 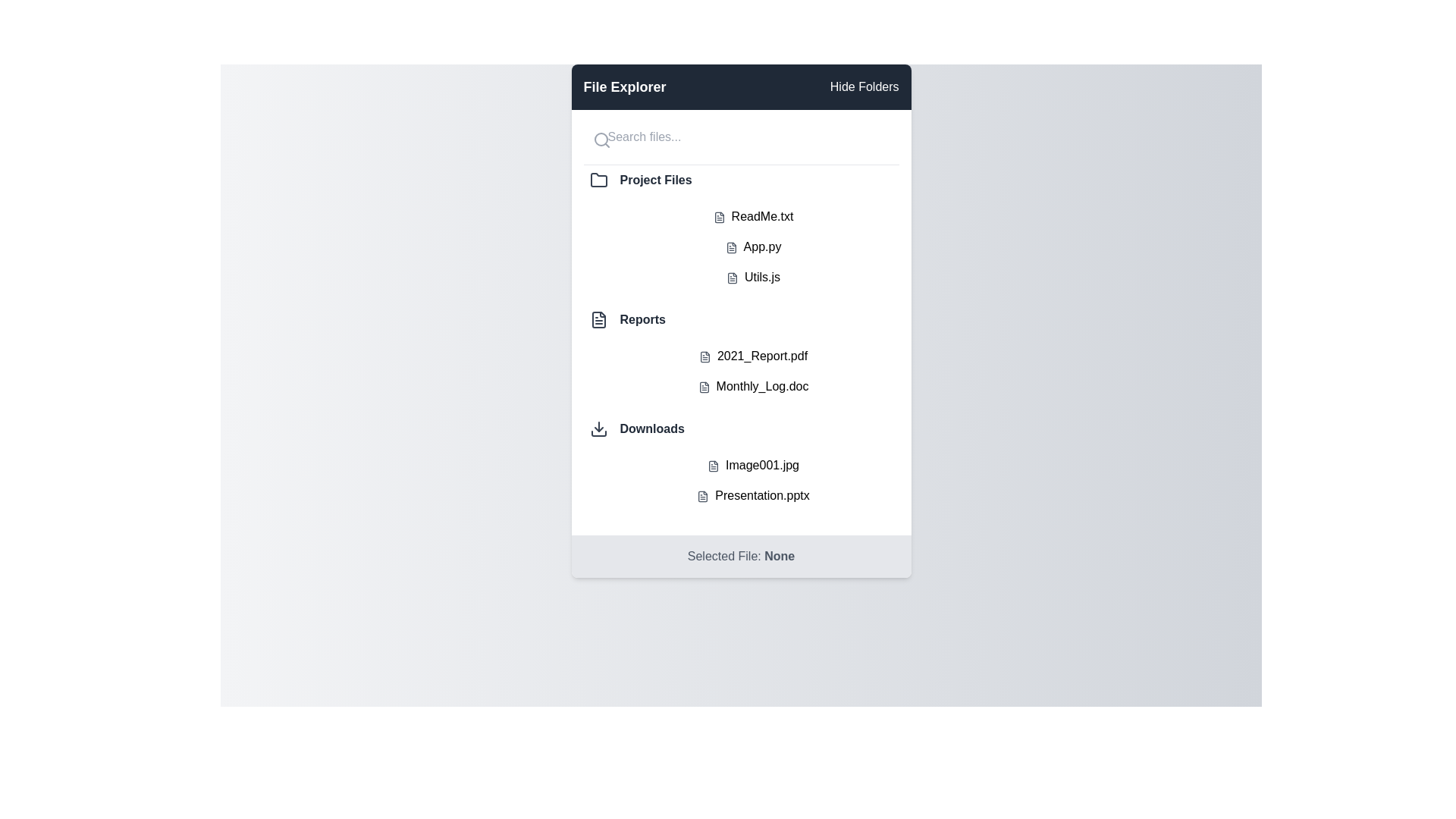 I want to click on the file named ReadMe.txt to select it, so click(x=753, y=216).